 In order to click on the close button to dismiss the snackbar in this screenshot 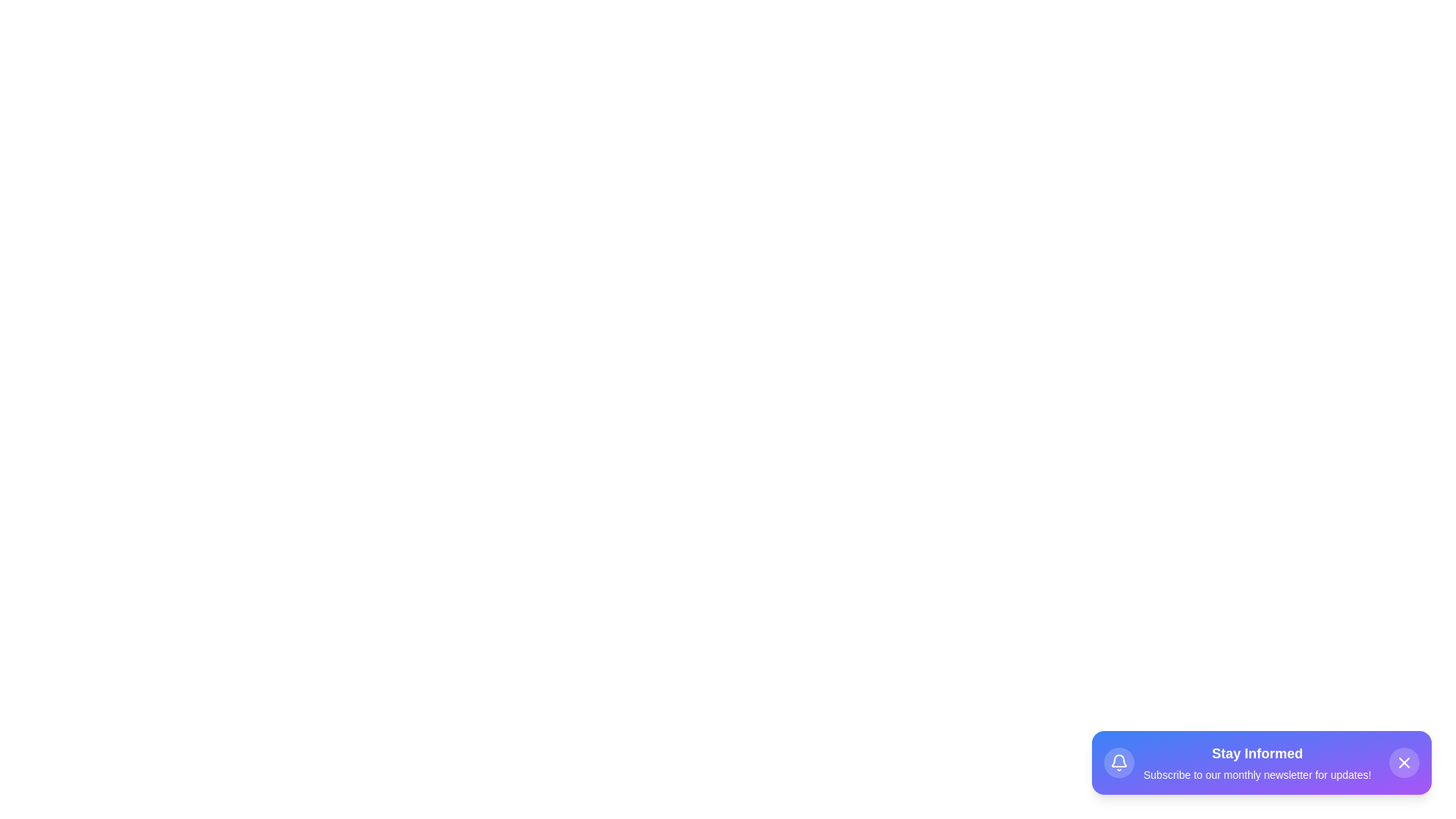, I will do `click(1404, 763)`.